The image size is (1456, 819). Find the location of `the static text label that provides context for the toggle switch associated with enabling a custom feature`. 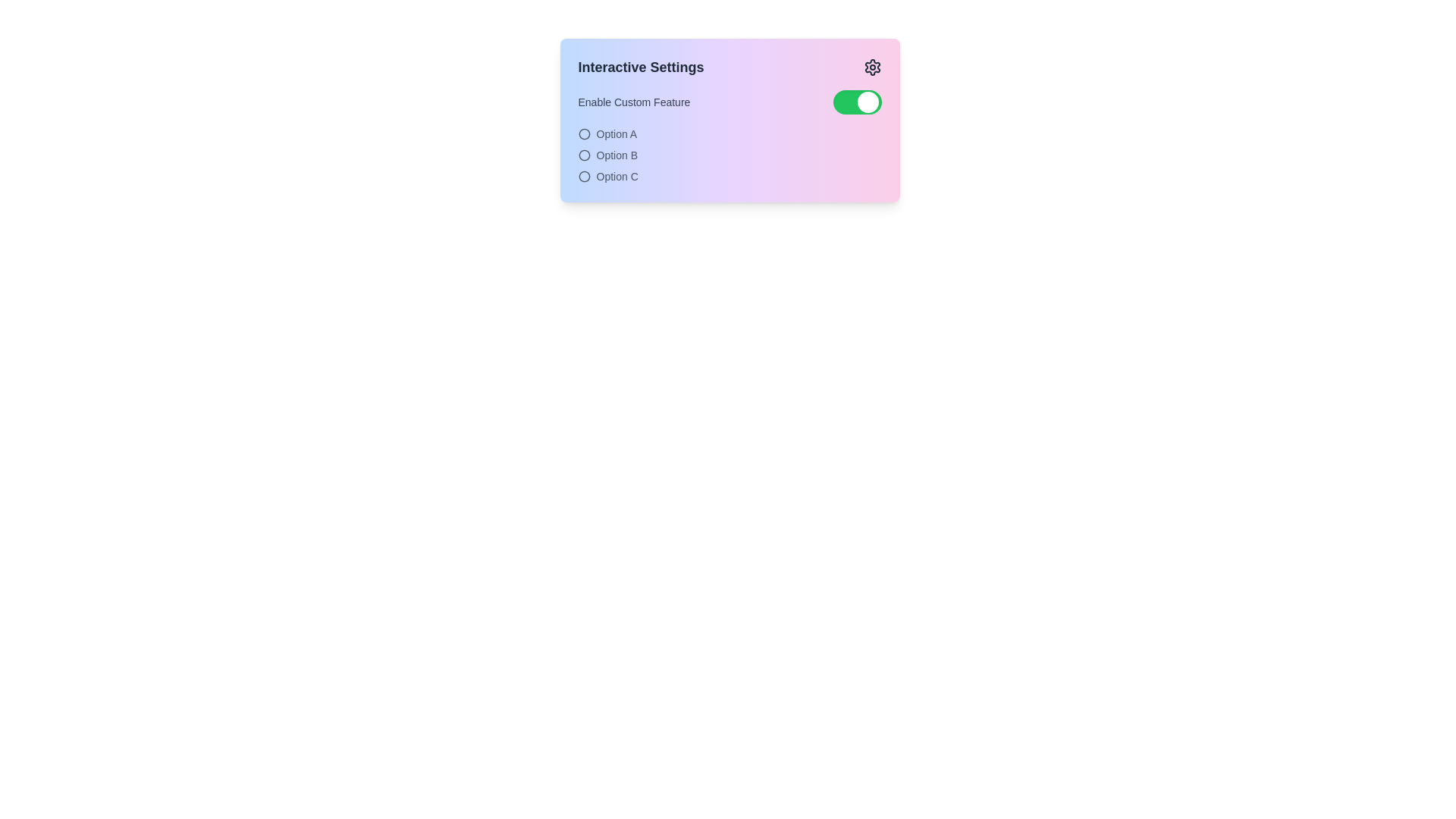

the static text label that provides context for the toggle switch associated with enabling a custom feature is located at coordinates (634, 102).